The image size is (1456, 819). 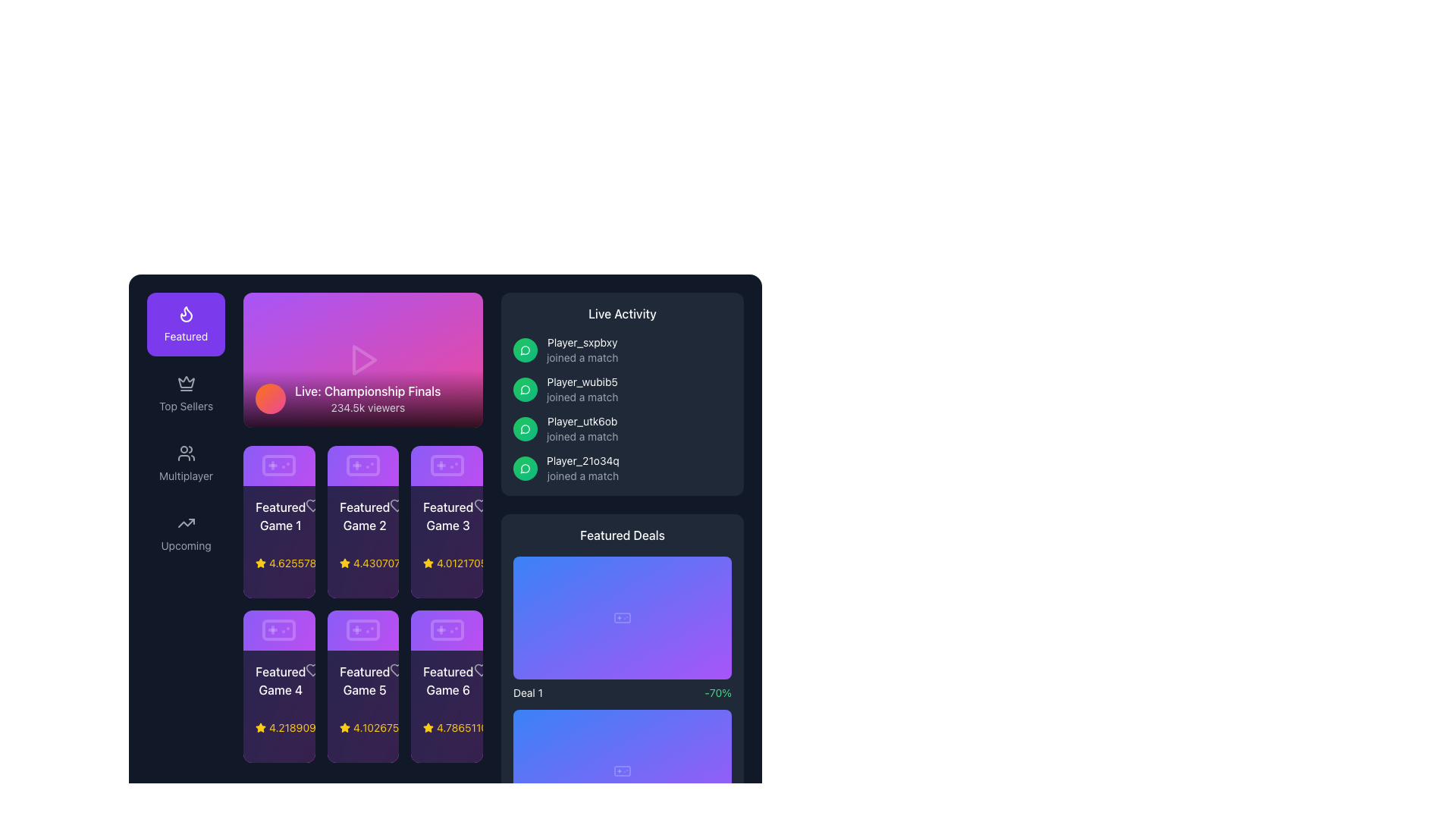 I want to click on the label element that describes the live video title and viewer engagement, which is horizontally centered at the bottom of a highlighted box and placed to the right of a gradient-colored circular icon, so click(x=362, y=397).